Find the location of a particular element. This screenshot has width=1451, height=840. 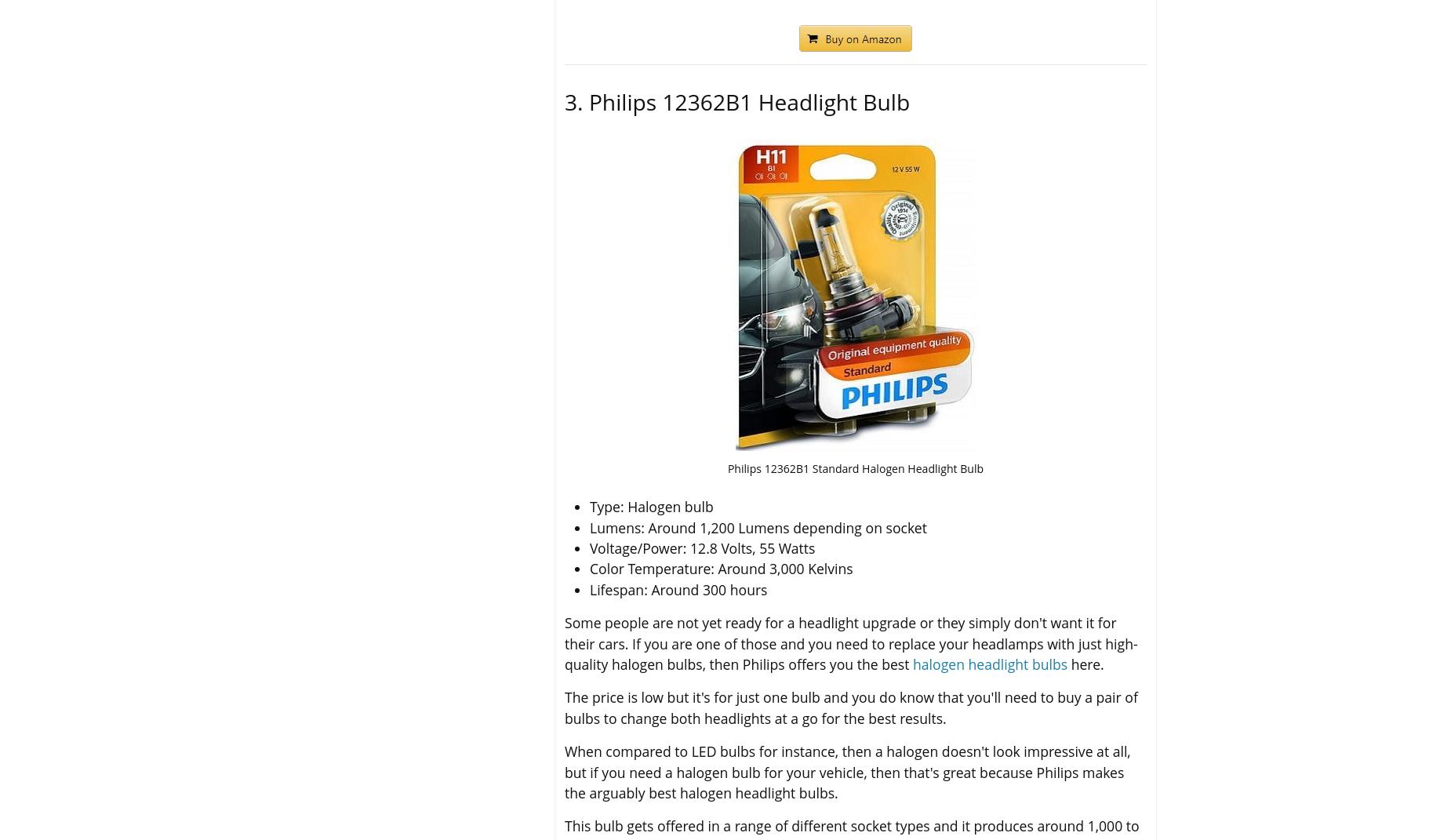

'Some people are not yet ready for a headlight upgrade or they simply don't want it for their cars. If you are one of those and you need to replace your headlamps with just high-quality halogen bulbs, then Philips offers you the best' is located at coordinates (850, 642).